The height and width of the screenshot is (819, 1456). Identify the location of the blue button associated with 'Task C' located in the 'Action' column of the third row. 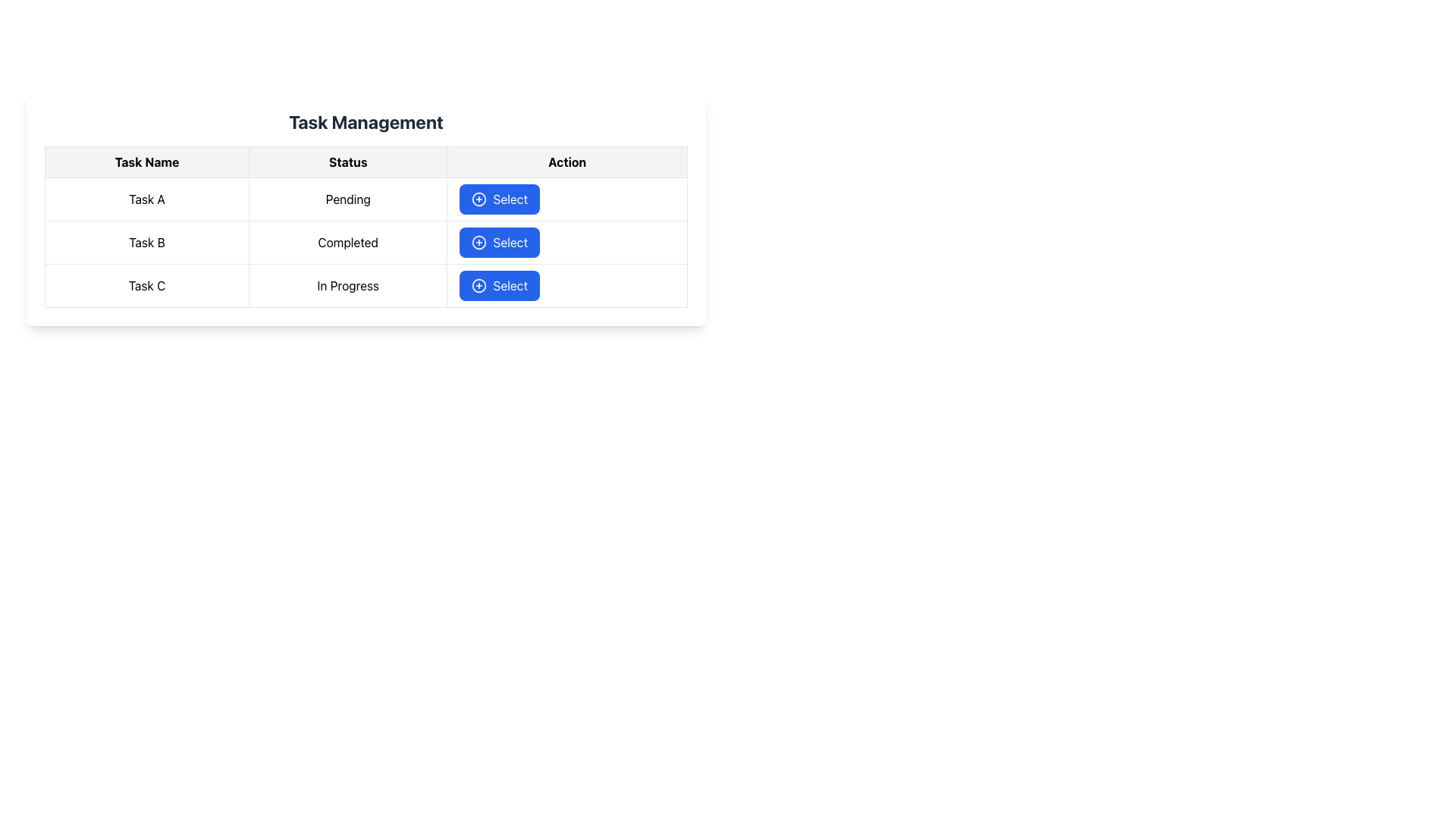
(479, 286).